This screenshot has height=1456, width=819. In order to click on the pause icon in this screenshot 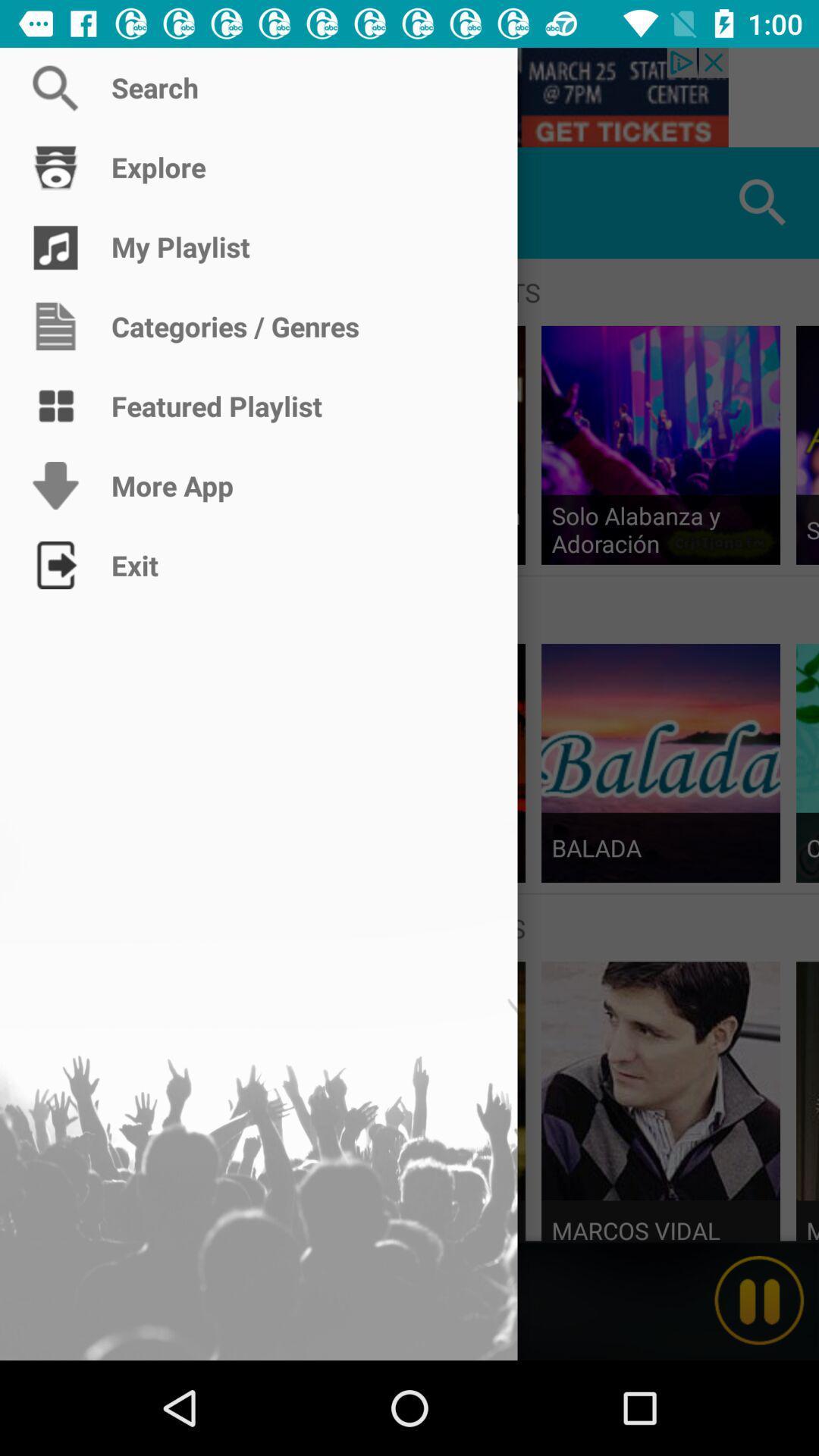, I will do `click(759, 1300)`.